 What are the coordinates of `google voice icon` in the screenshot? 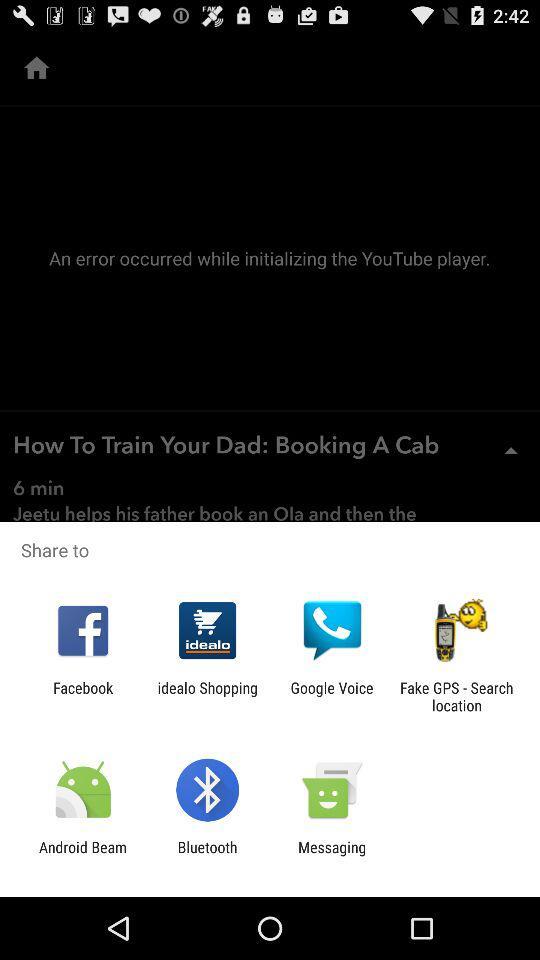 It's located at (332, 696).